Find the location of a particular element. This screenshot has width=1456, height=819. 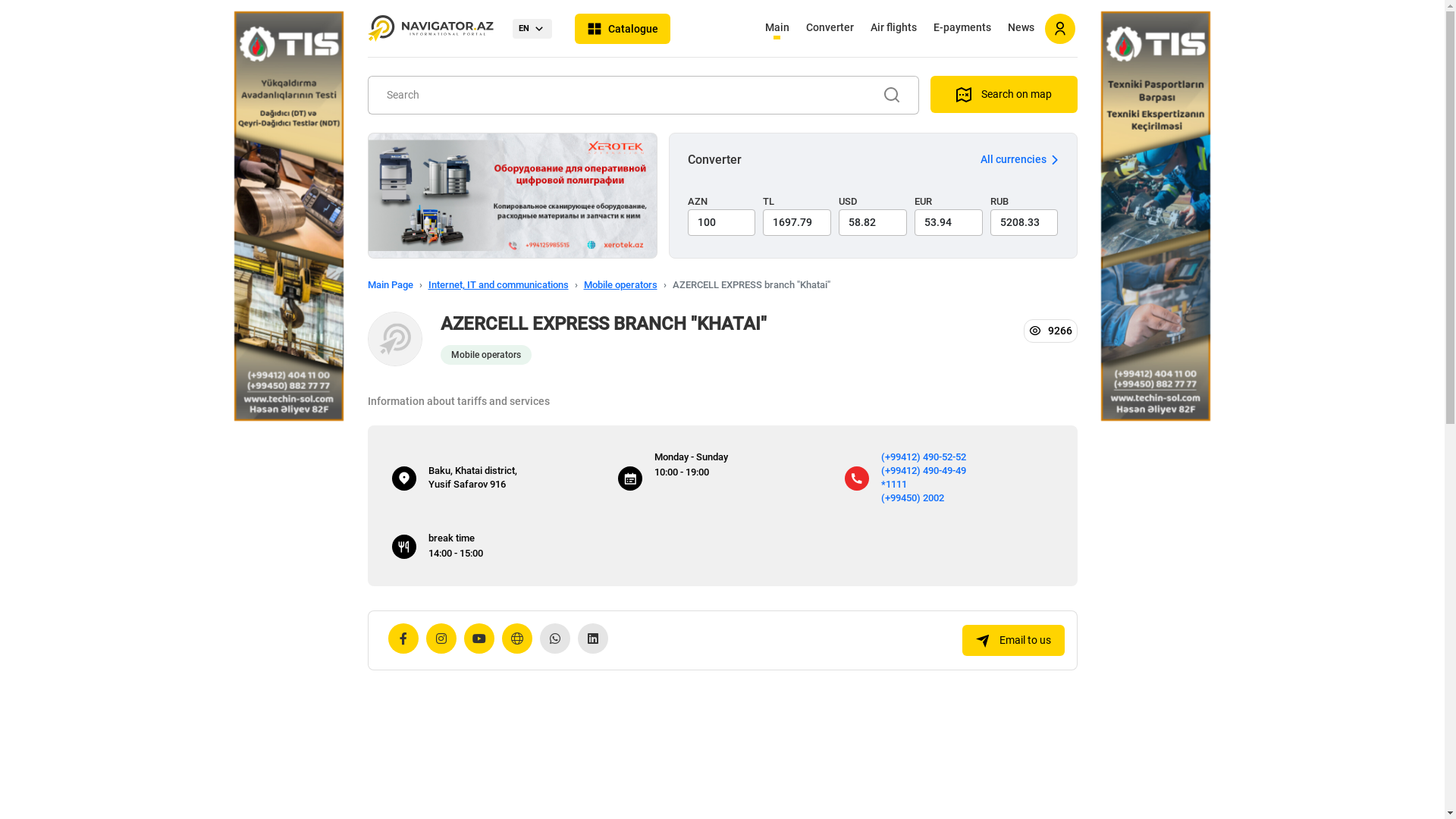

'Main Page' is located at coordinates (389, 284).